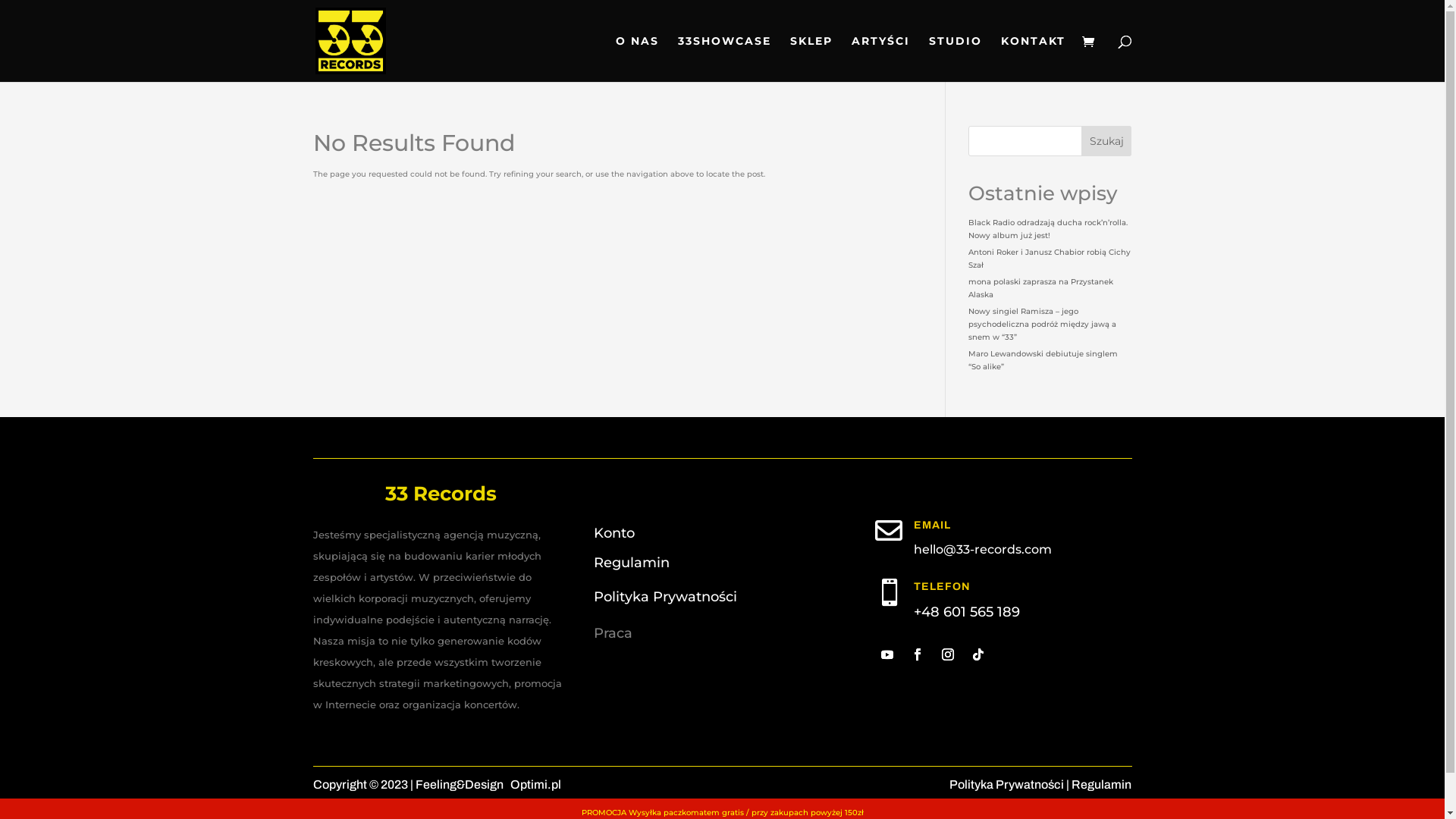 The image size is (1456, 819). I want to click on 'mona polaski zaprasza na Przystanek Alaska', so click(1040, 288).